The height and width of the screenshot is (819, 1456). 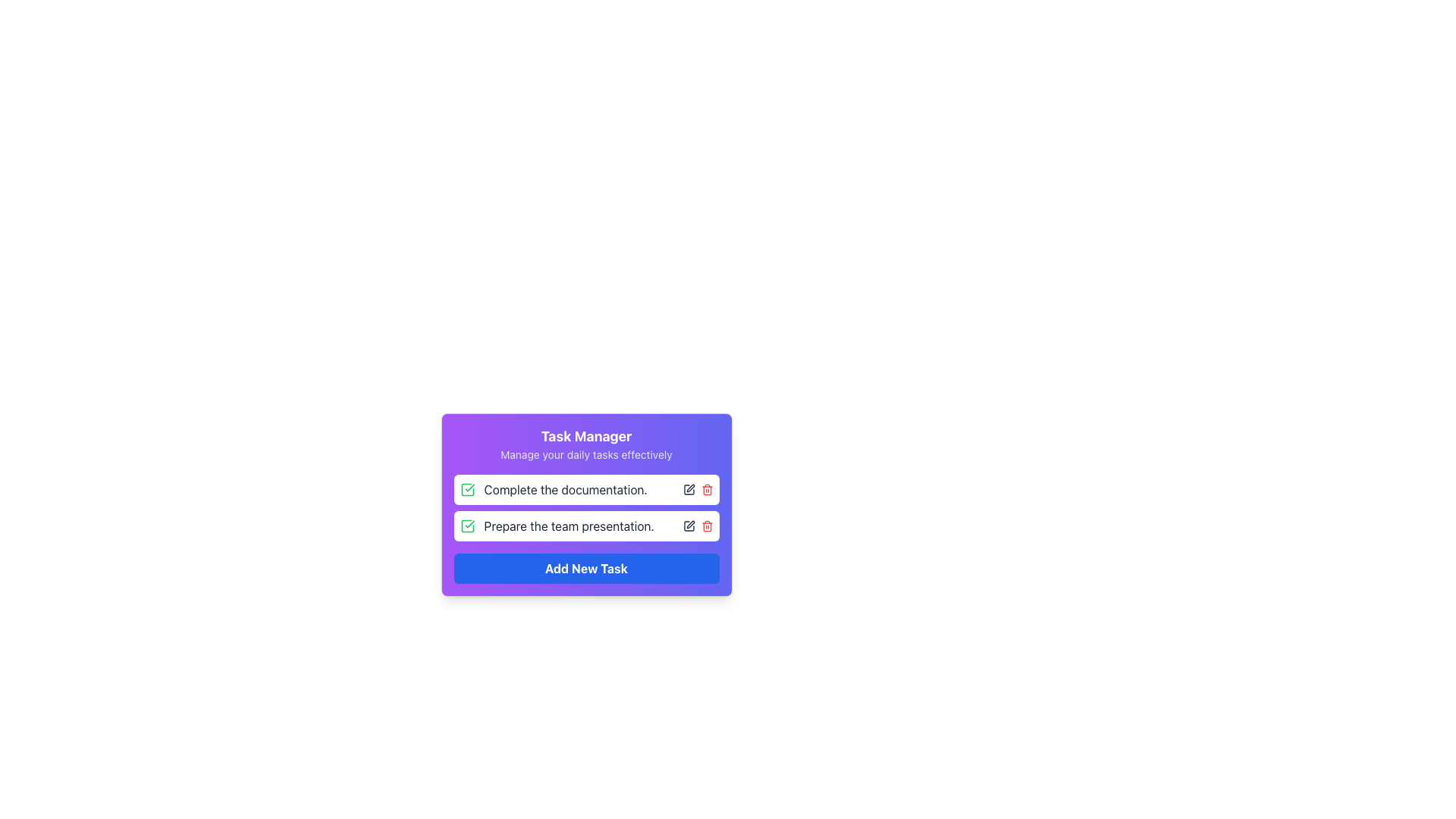 I want to click on task description text that displays 'Complete the documentation.' located in the middle section of the task manager interface, so click(x=565, y=489).